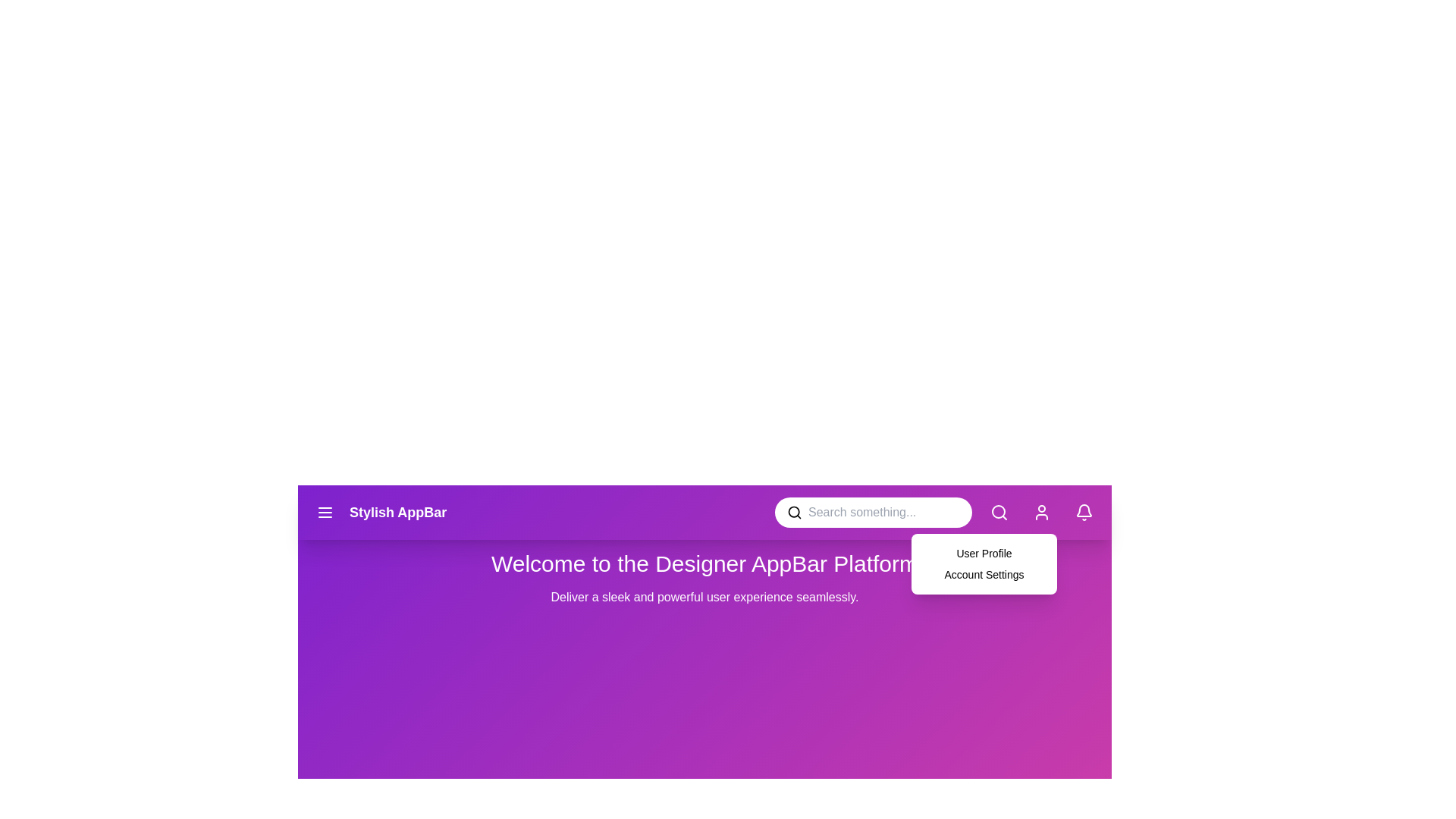 The height and width of the screenshot is (819, 1456). I want to click on the search icon to toggle the search bar visibility, so click(999, 512).